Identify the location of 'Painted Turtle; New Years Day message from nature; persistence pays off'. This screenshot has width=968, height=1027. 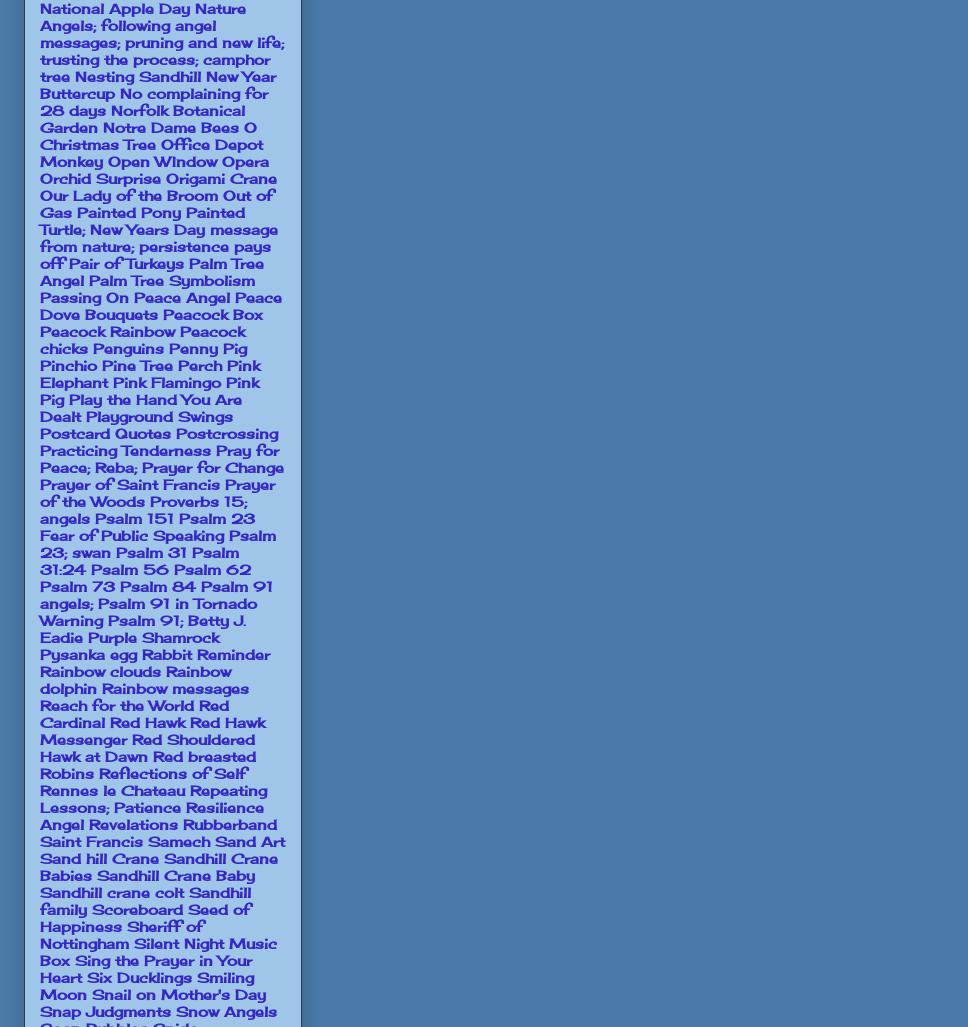
(158, 237).